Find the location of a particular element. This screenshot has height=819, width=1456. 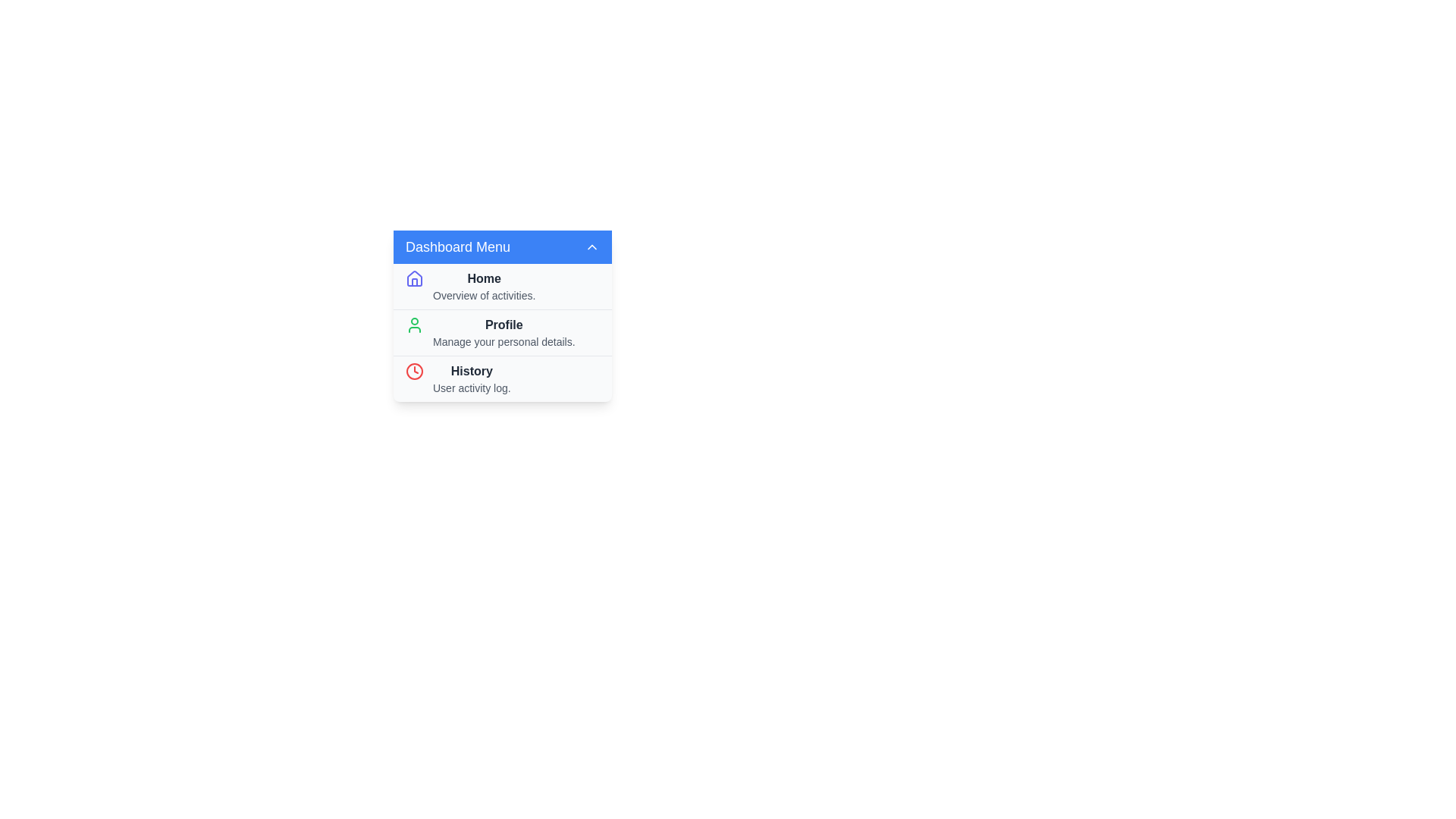

the 'Profile' section label located in the Dashboard Menu card, which identifies the section above the 'Manage your personal details.' text is located at coordinates (504, 324).